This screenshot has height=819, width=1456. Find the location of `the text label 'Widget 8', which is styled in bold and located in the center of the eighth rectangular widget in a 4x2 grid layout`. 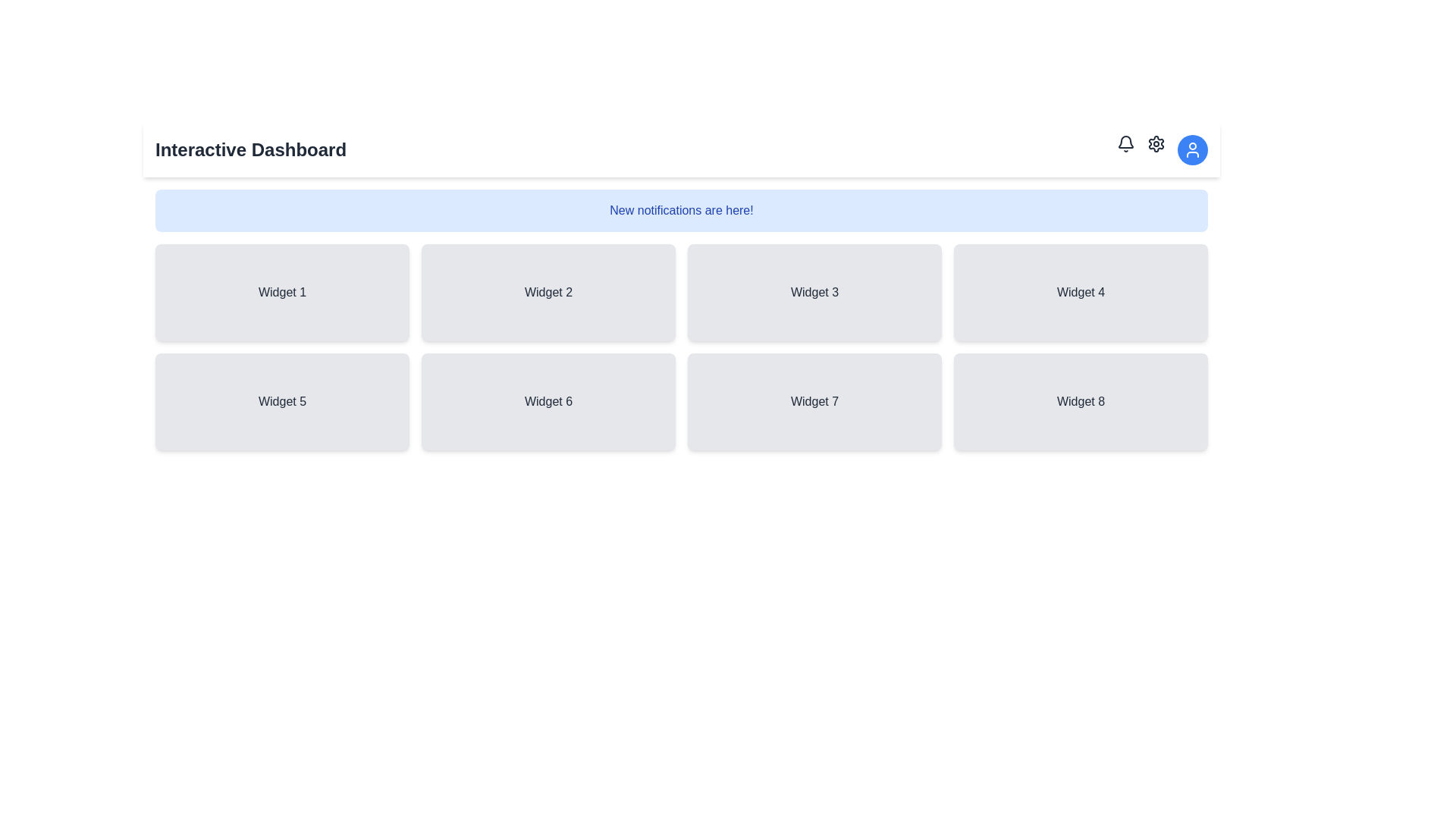

the text label 'Widget 8', which is styled in bold and located in the center of the eighth rectangular widget in a 4x2 grid layout is located at coordinates (1080, 400).